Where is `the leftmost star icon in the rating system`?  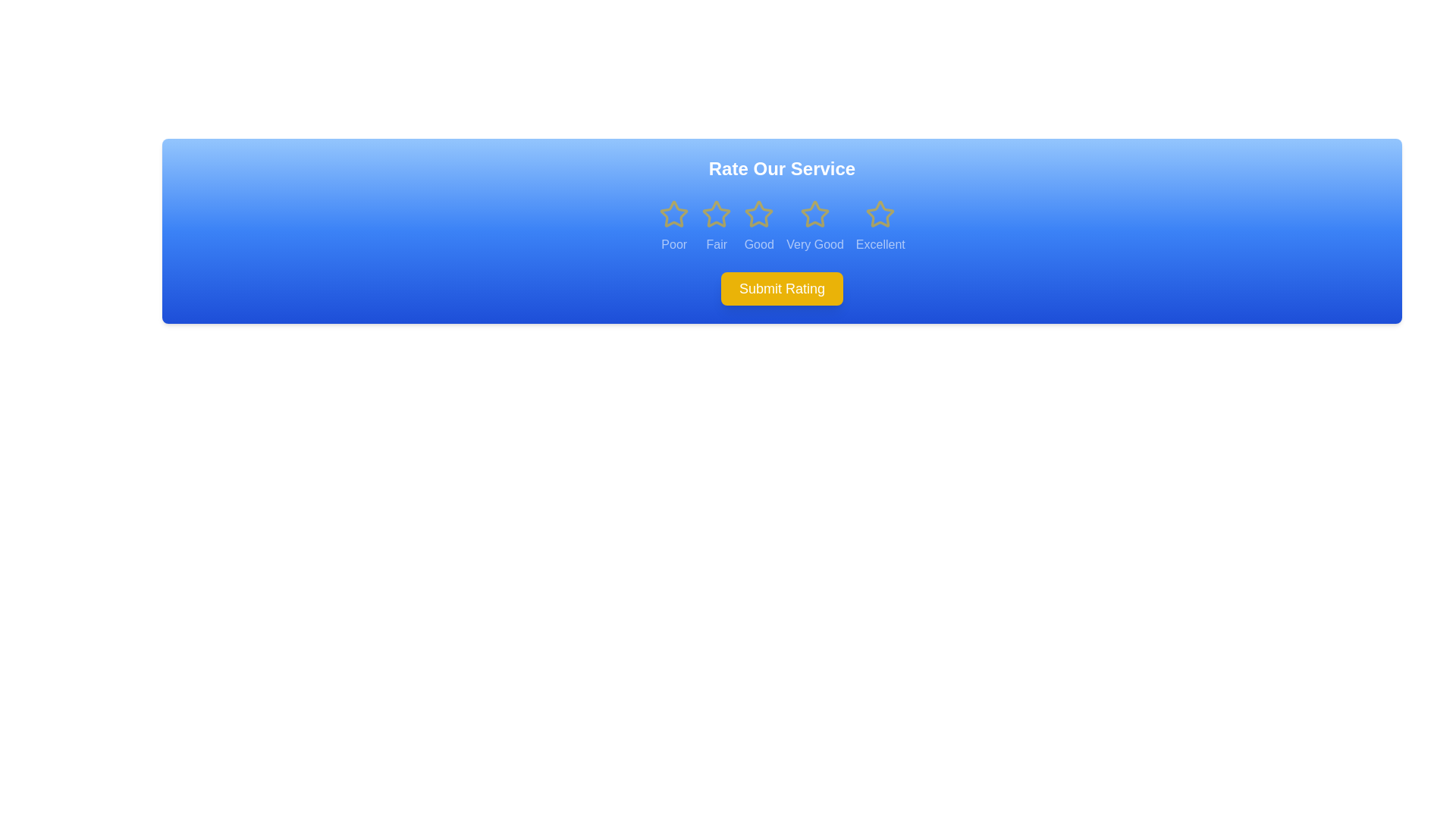
the leftmost star icon in the rating system is located at coordinates (673, 213).